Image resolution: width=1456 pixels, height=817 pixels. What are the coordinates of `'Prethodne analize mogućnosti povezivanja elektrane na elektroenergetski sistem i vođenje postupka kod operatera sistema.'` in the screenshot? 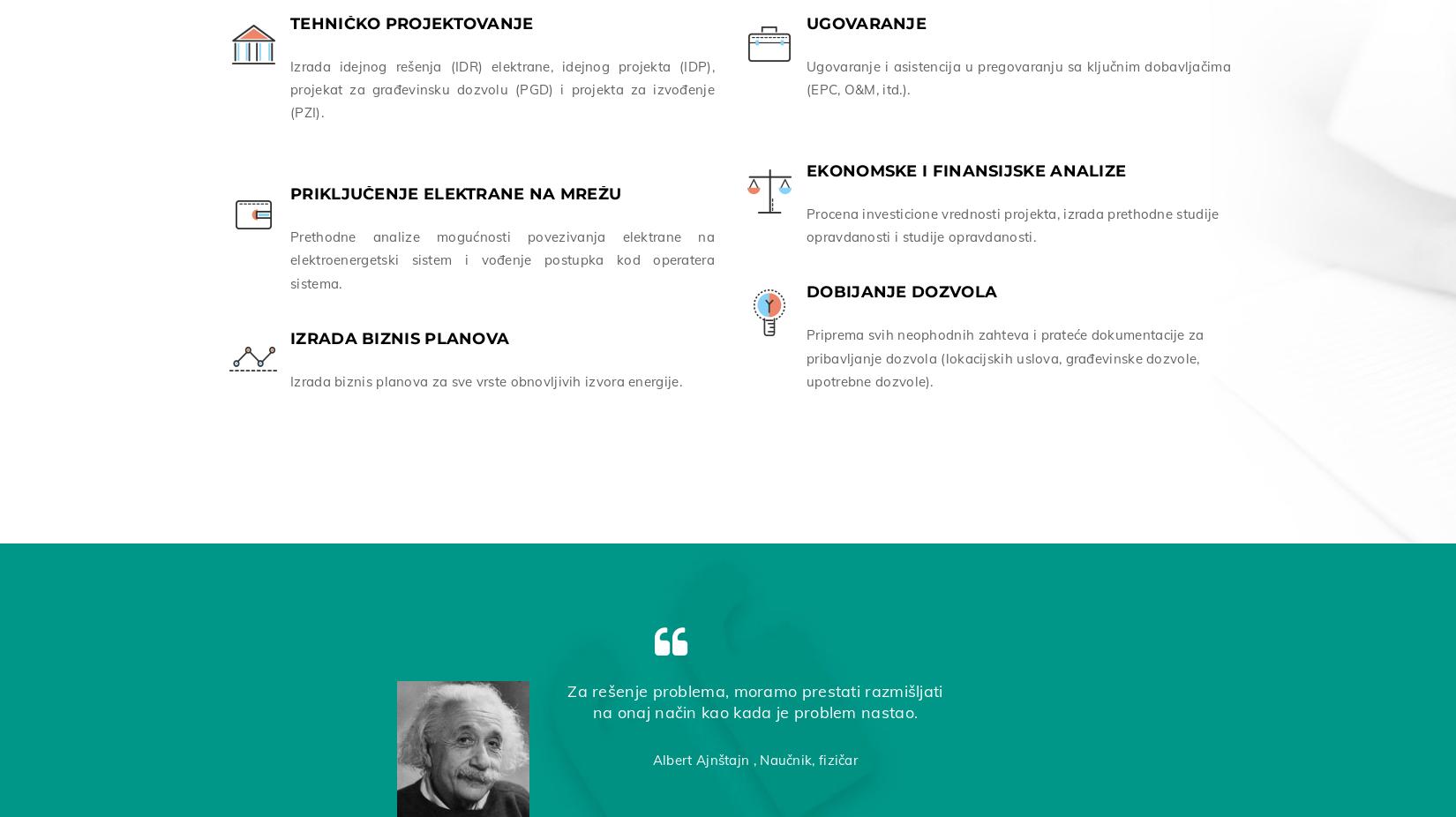 It's located at (501, 257).